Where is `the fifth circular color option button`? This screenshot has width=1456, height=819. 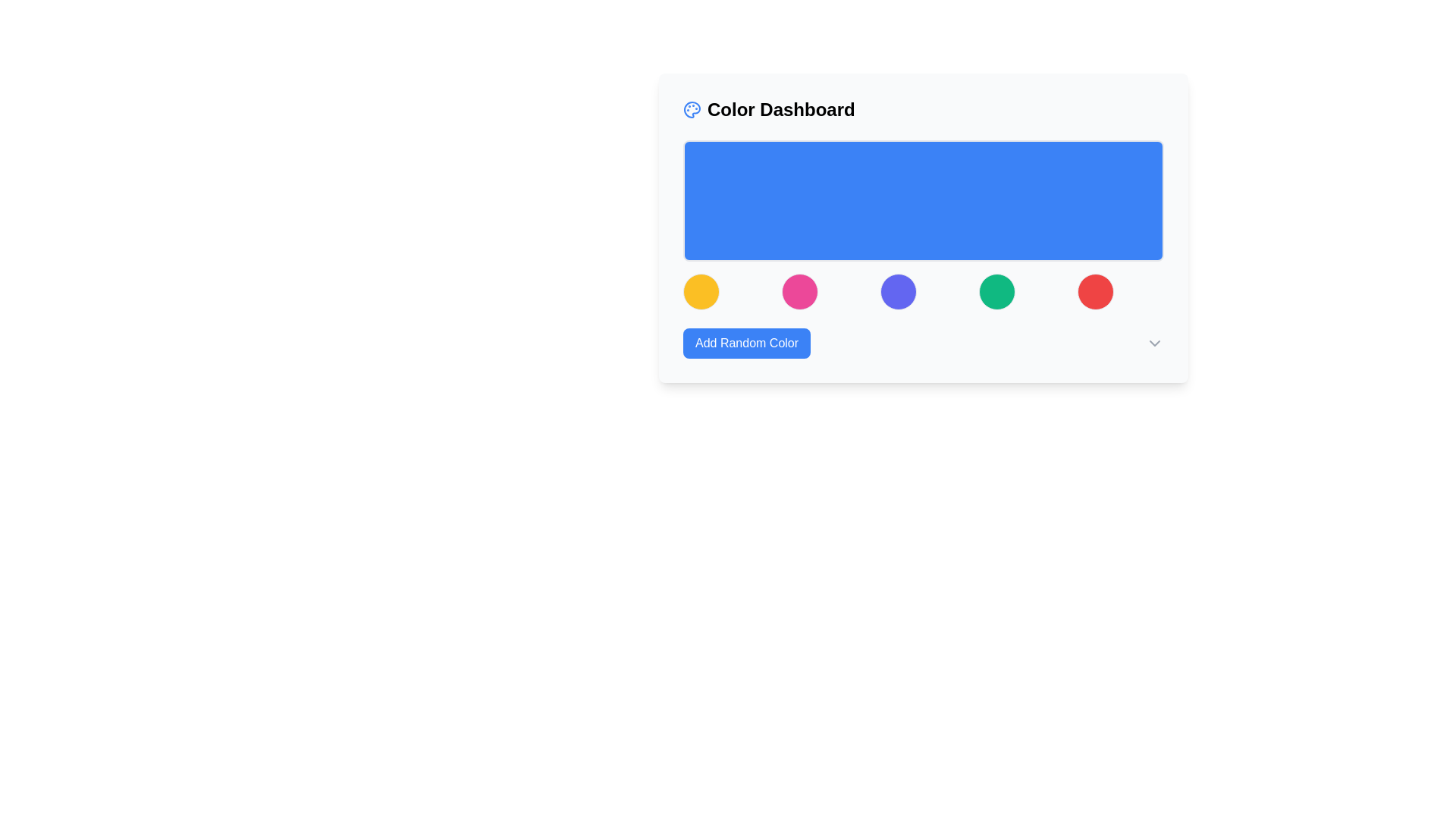 the fifth circular color option button is located at coordinates (1095, 292).